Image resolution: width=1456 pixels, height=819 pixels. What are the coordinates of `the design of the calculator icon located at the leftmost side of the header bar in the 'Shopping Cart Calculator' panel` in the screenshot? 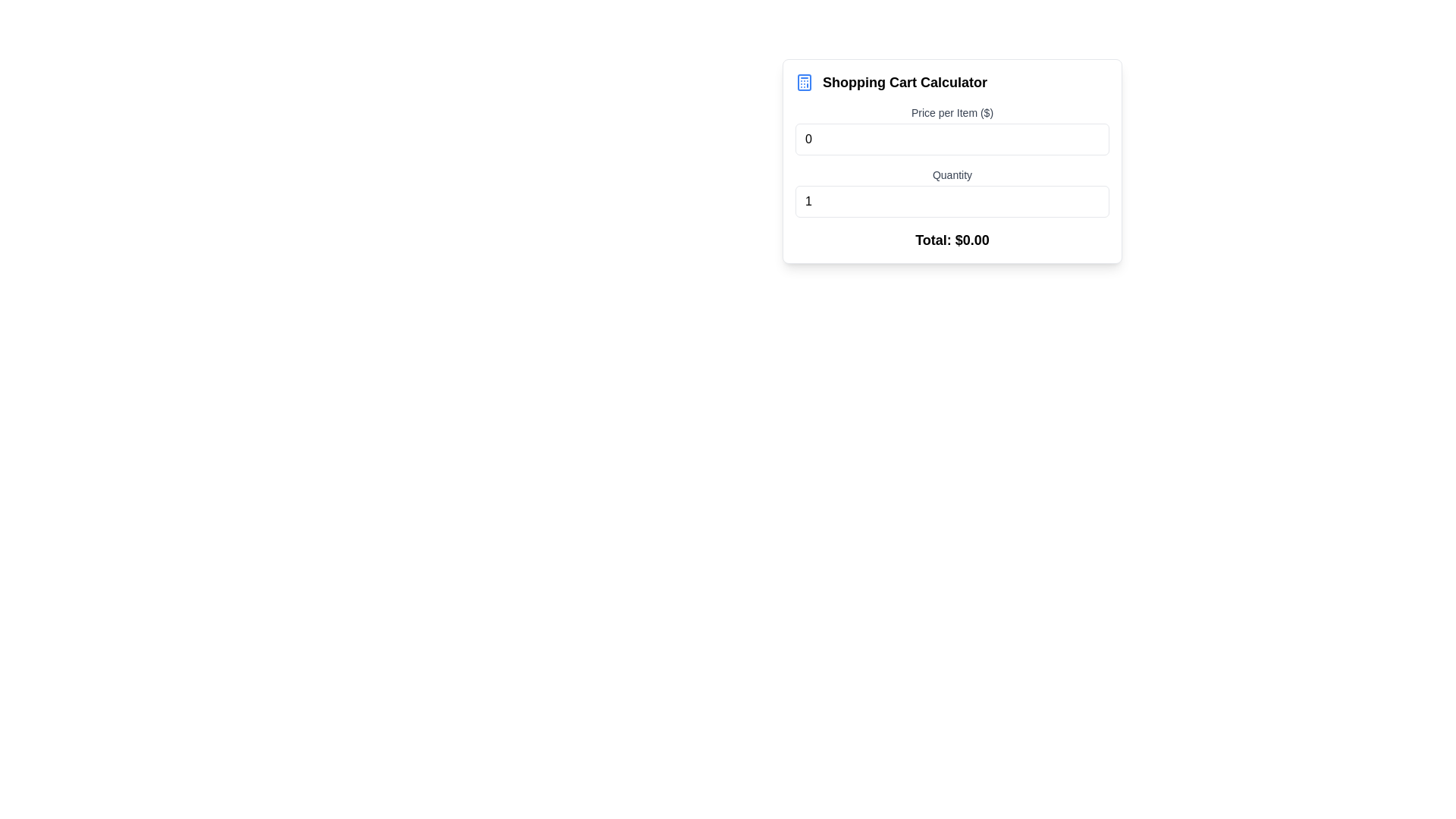 It's located at (803, 82).